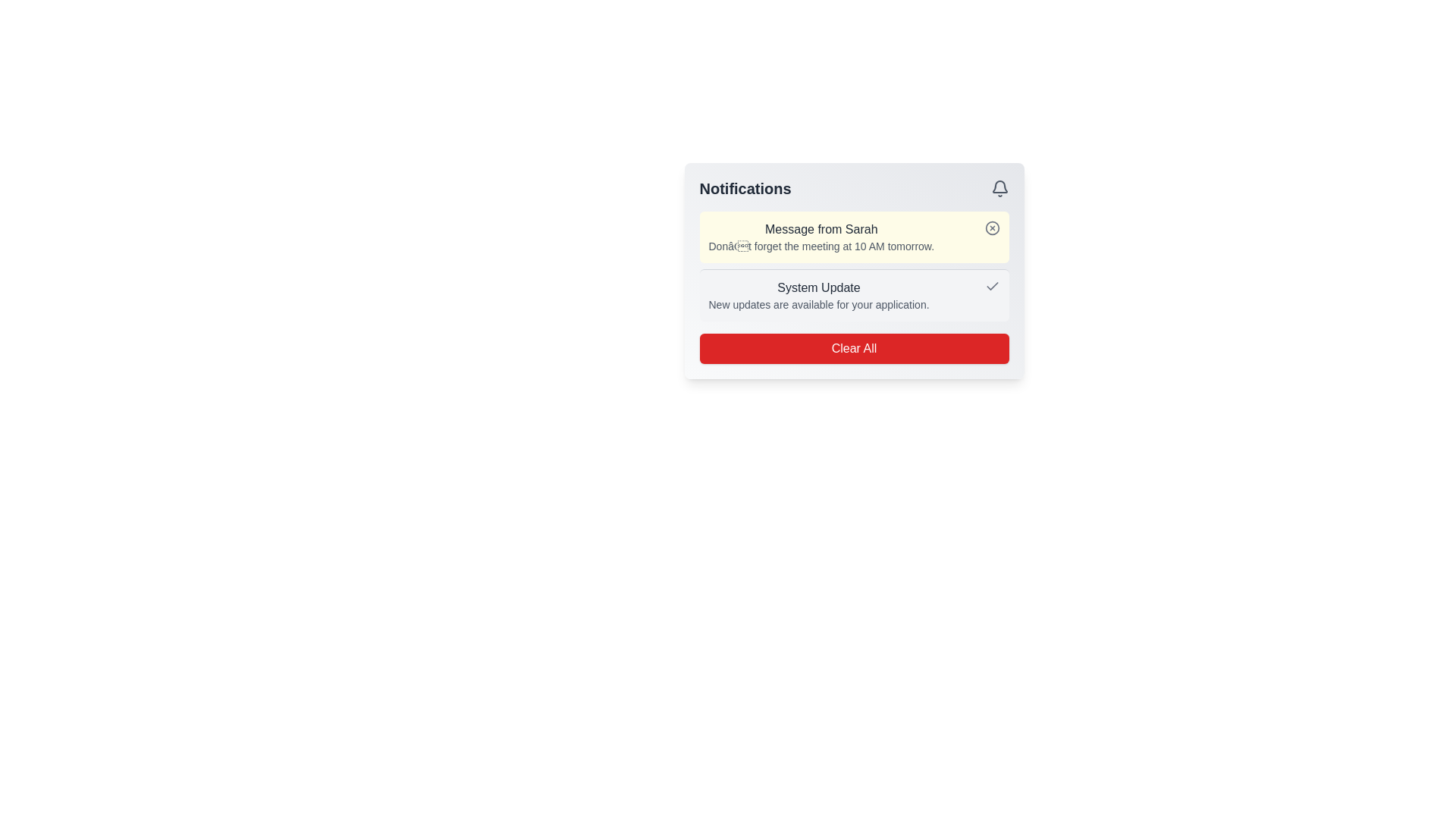 This screenshot has height=819, width=1456. What do you see at coordinates (818, 288) in the screenshot?
I see `'System Update' text displayed prominently in bold font on a light gray background, located centrally in the notification section` at bounding box center [818, 288].